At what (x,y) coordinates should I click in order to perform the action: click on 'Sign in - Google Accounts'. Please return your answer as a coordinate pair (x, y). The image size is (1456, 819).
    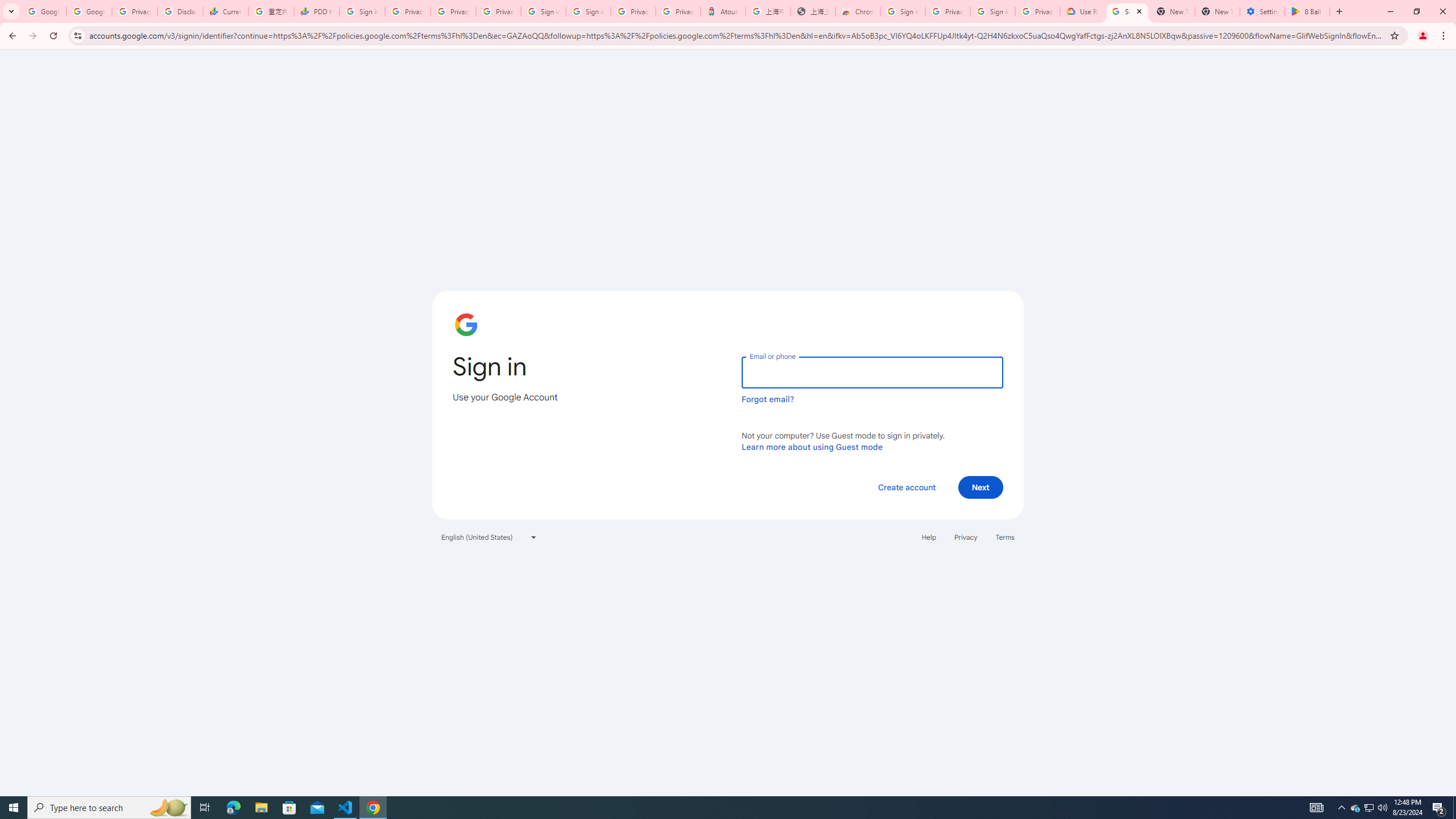
    Looking at the image, I should click on (542, 11).